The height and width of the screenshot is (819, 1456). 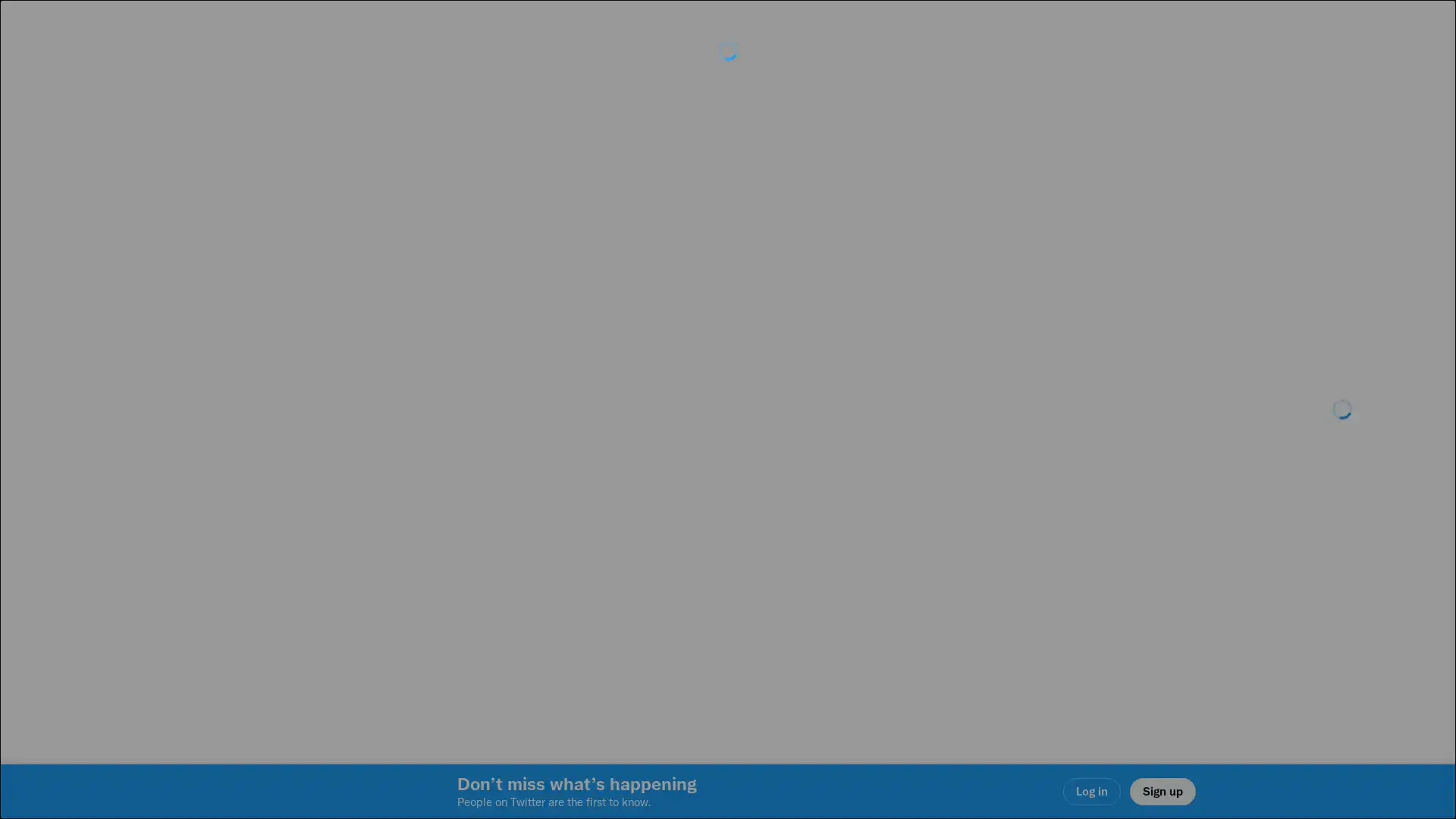 I want to click on Log in, so click(x=910, y=516).